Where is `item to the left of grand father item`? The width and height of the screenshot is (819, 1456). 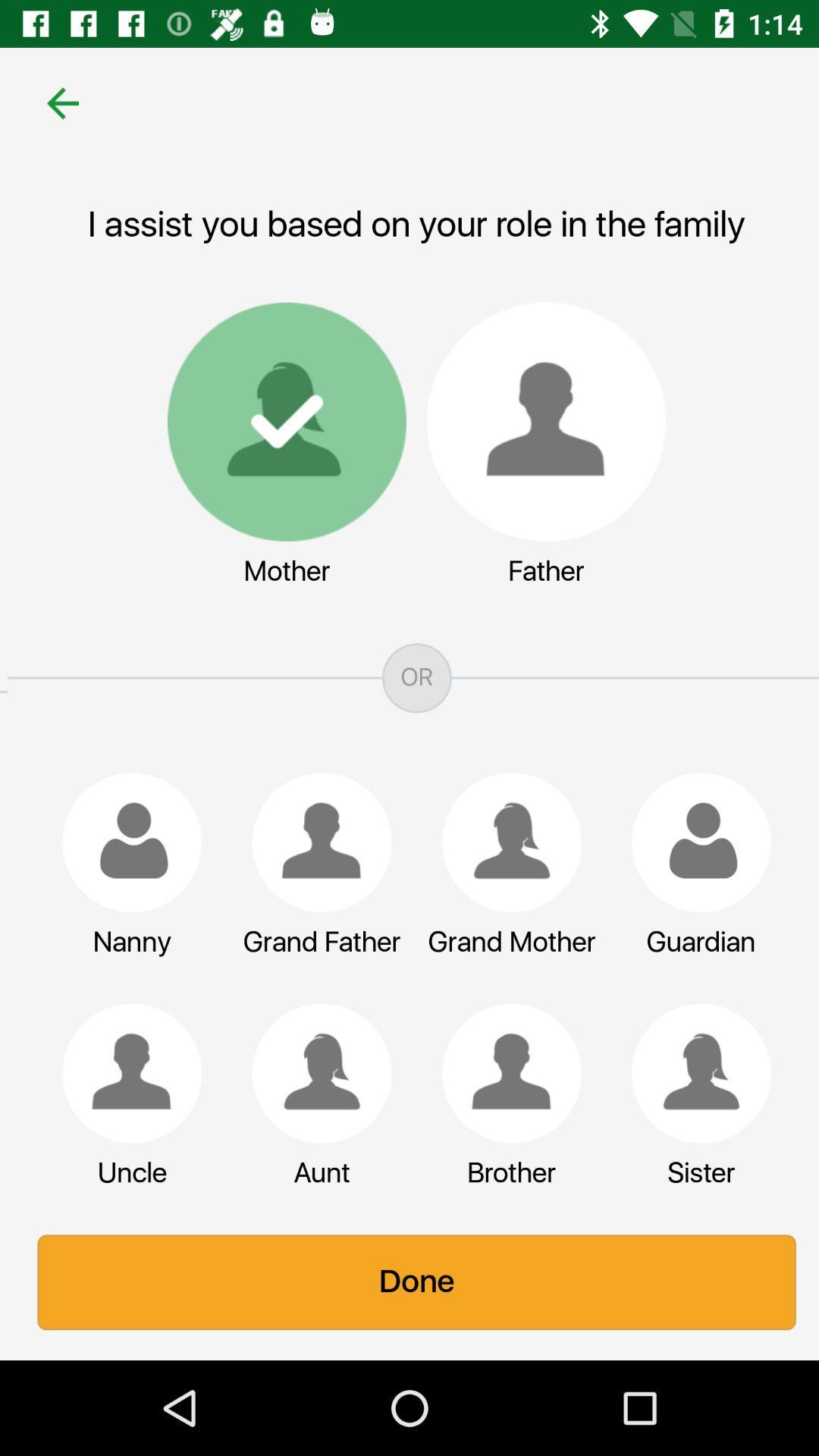
item to the left of grand father item is located at coordinates (124, 842).